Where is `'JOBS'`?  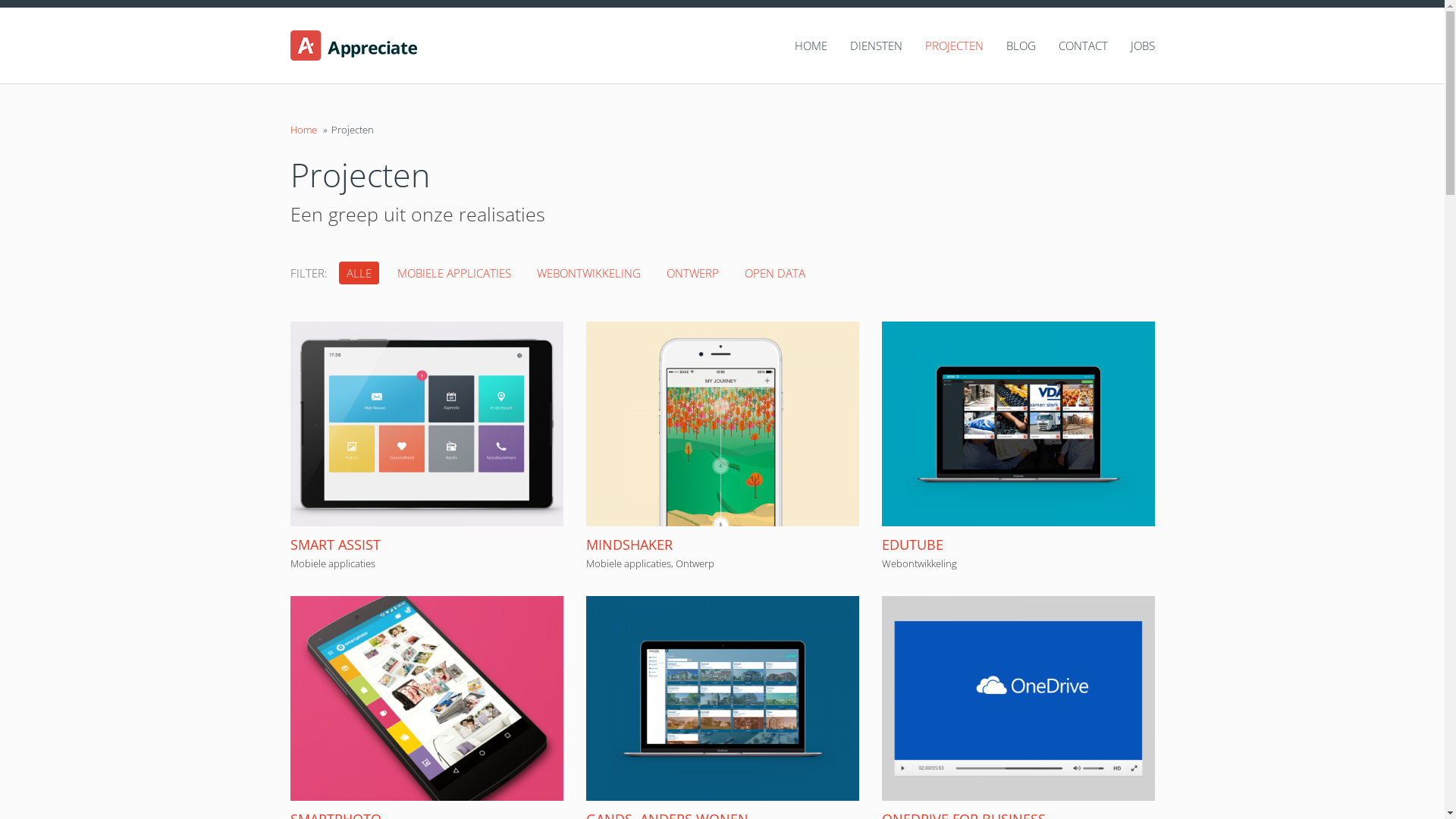
'JOBS' is located at coordinates (1106, 45).